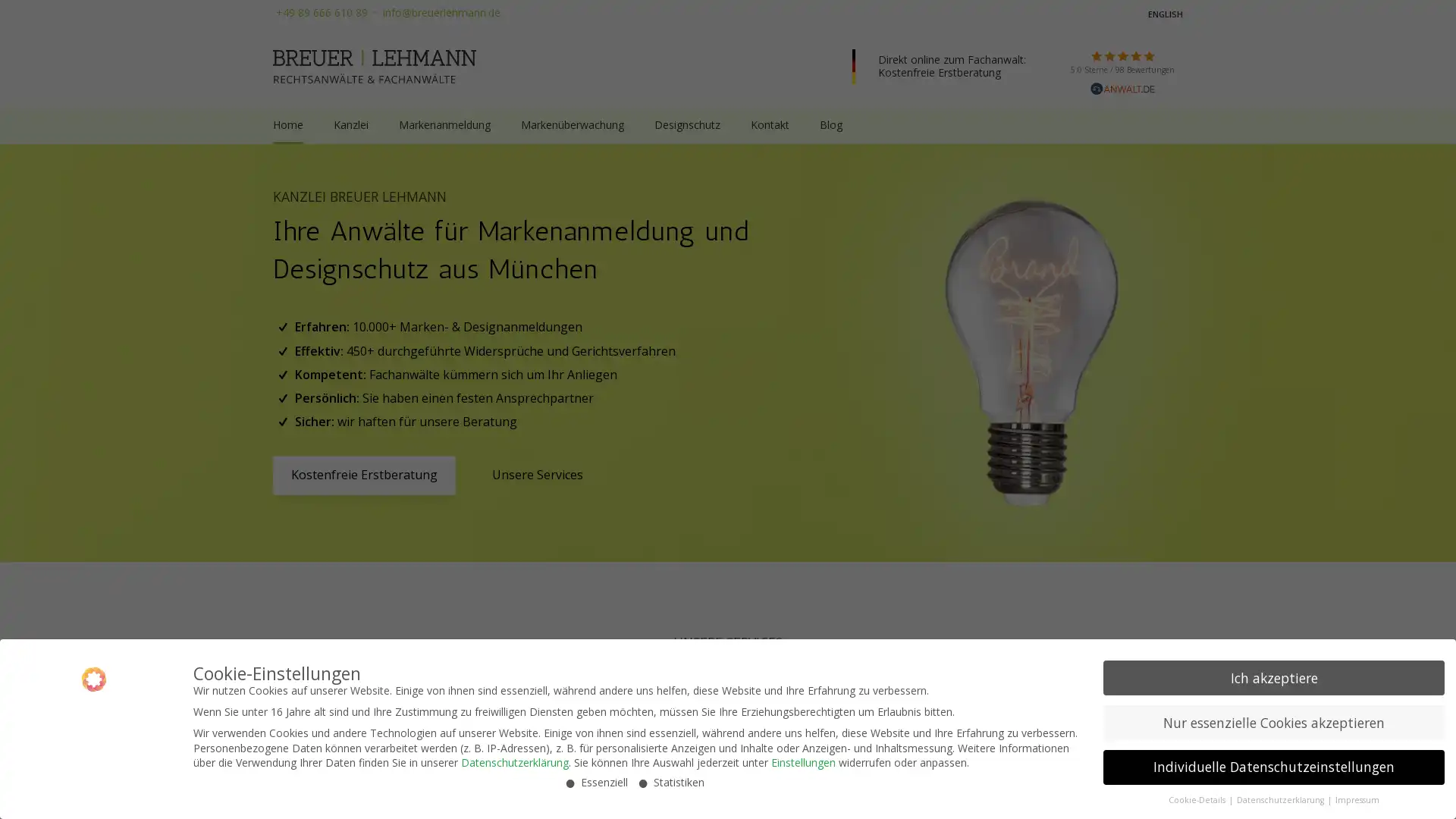  I want to click on Ich akzeptiere, so click(1274, 677).